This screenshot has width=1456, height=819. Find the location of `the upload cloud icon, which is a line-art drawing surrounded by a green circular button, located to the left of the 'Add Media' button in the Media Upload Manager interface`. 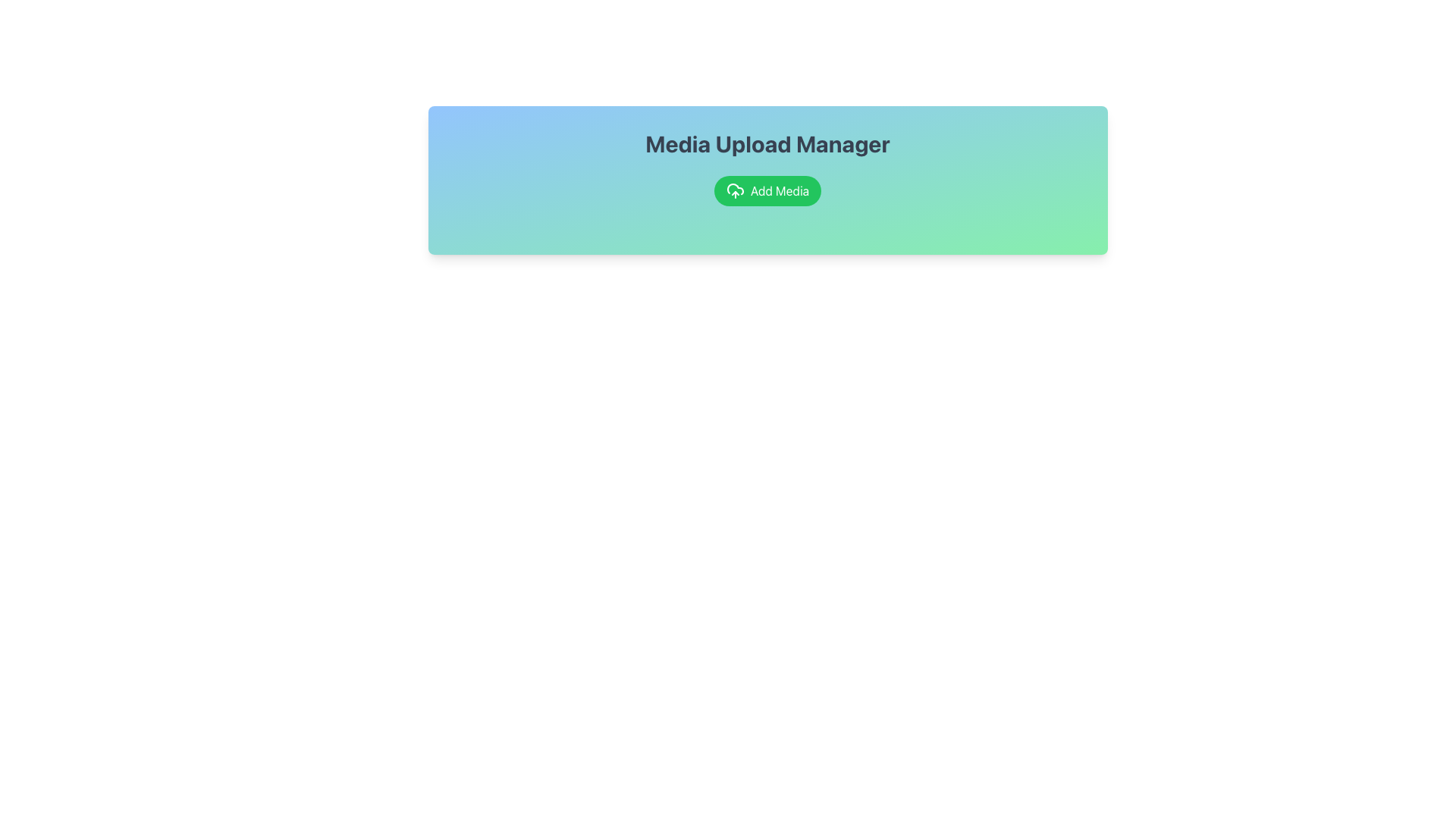

the upload cloud icon, which is a line-art drawing surrounded by a green circular button, located to the left of the 'Add Media' button in the Media Upload Manager interface is located at coordinates (735, 190).